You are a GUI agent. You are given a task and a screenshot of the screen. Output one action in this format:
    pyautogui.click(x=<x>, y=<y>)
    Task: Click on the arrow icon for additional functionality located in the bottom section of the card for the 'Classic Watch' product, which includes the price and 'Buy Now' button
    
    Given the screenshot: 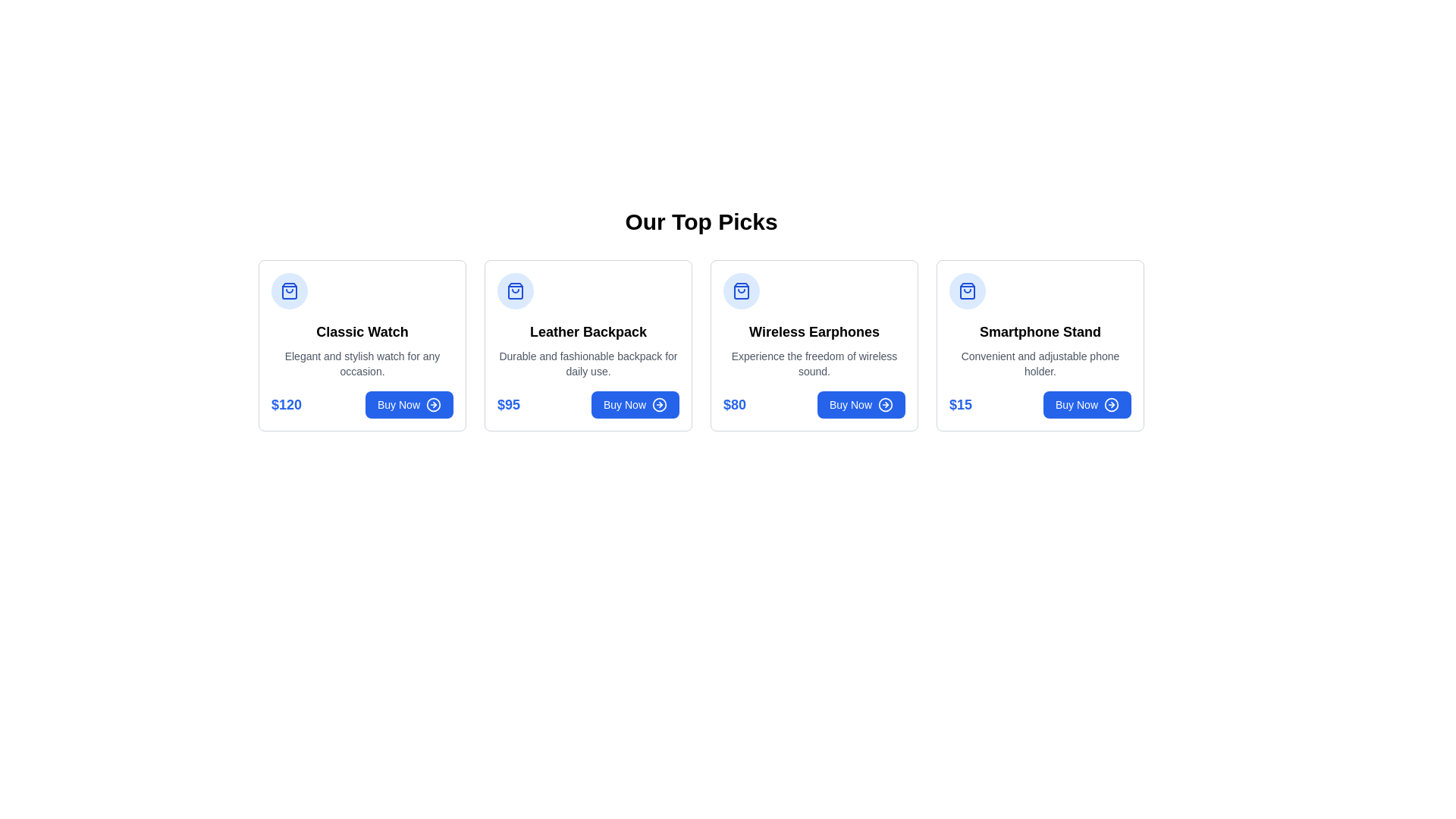 What is the action you would take?
    pyautogui.click(x=362, y=403)
    